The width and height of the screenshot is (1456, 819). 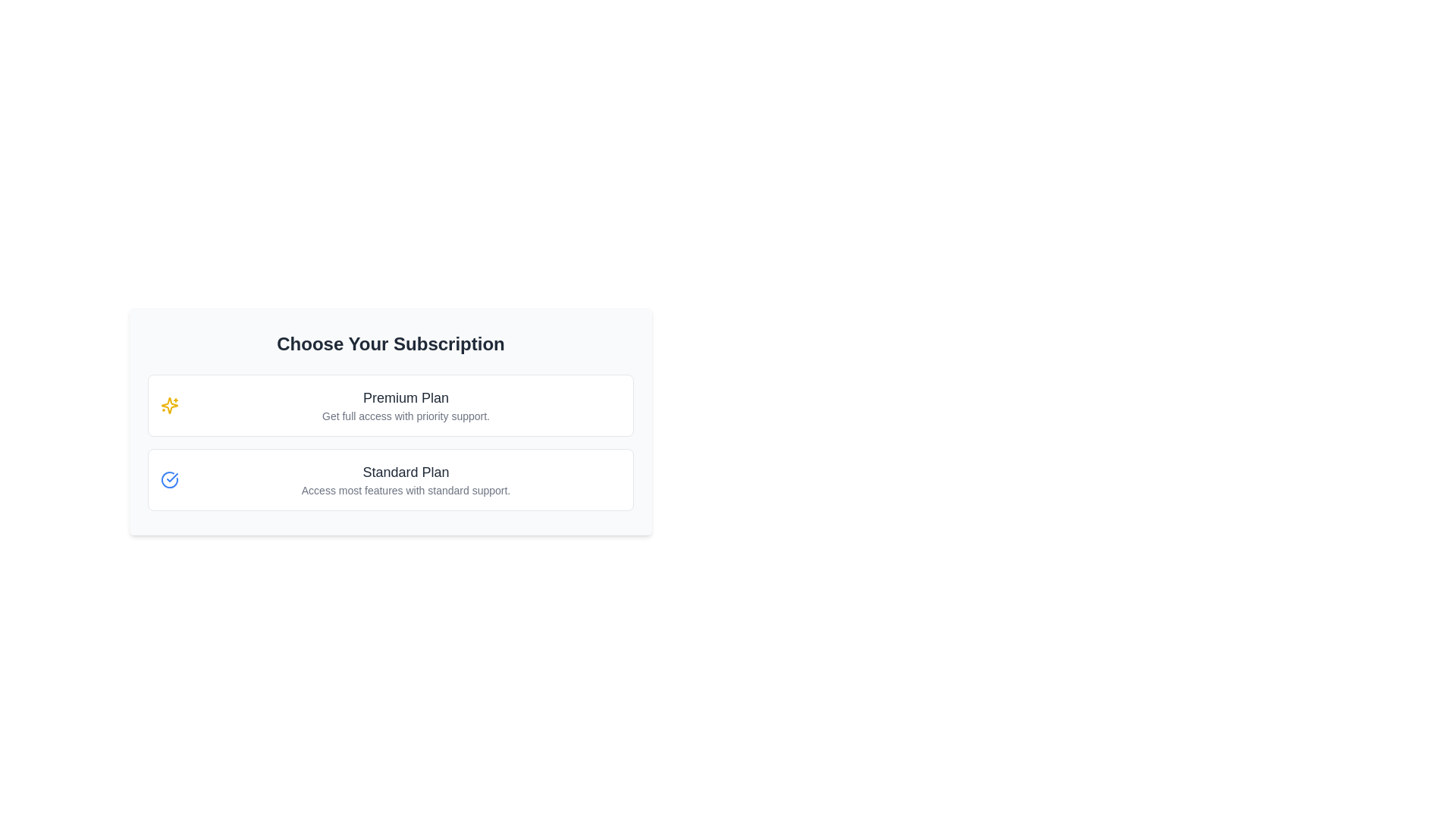 I want to click on the text label displaying 'Access most features with standard support.' which is located below the 'Standard Plan' header, so click(x=406, y=491).